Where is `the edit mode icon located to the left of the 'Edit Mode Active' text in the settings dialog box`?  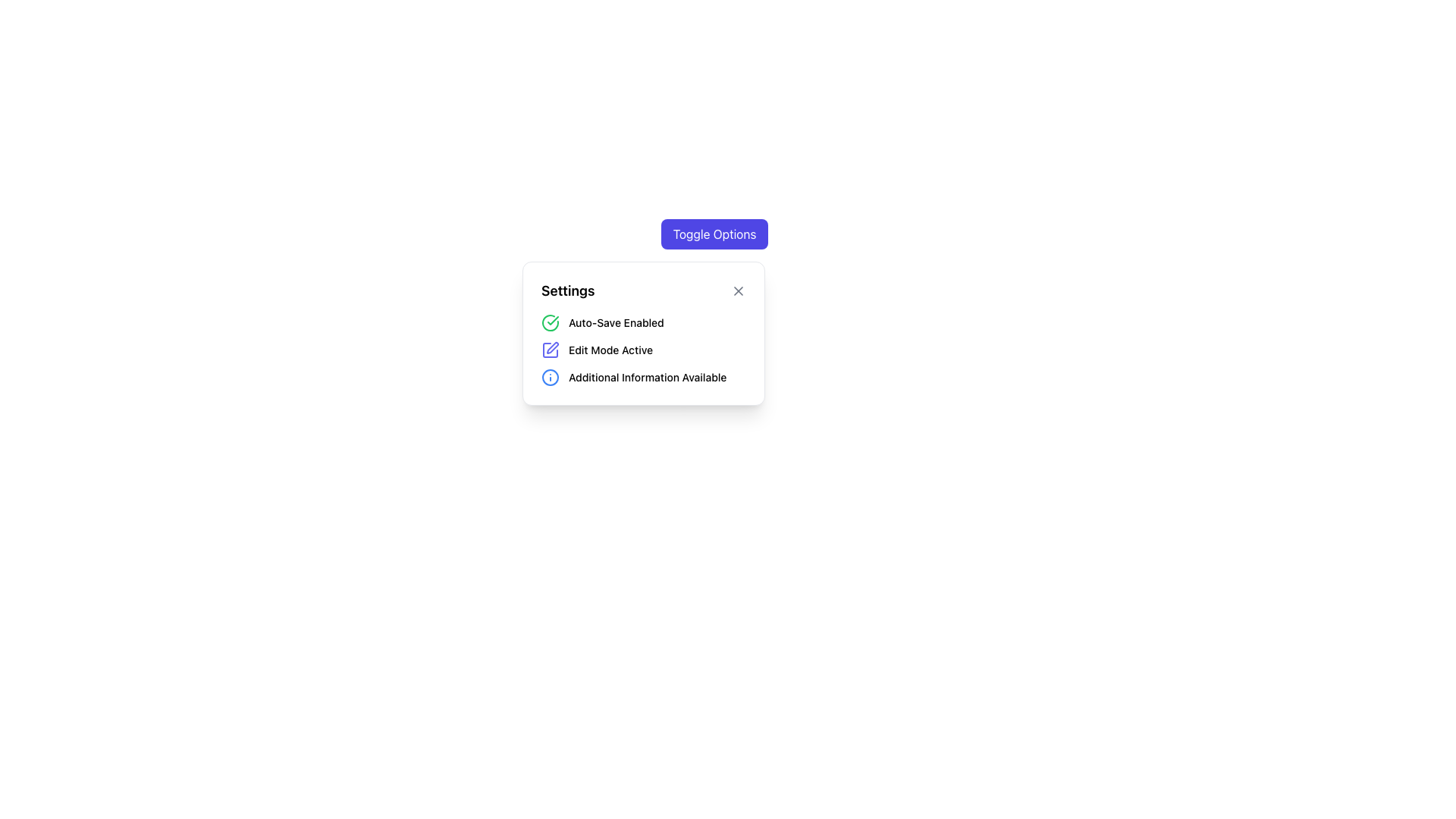
the edit mode icon located to the left of the 'Edit Mode Active' text in the settings dialog box is located at coordinates (549, 350).